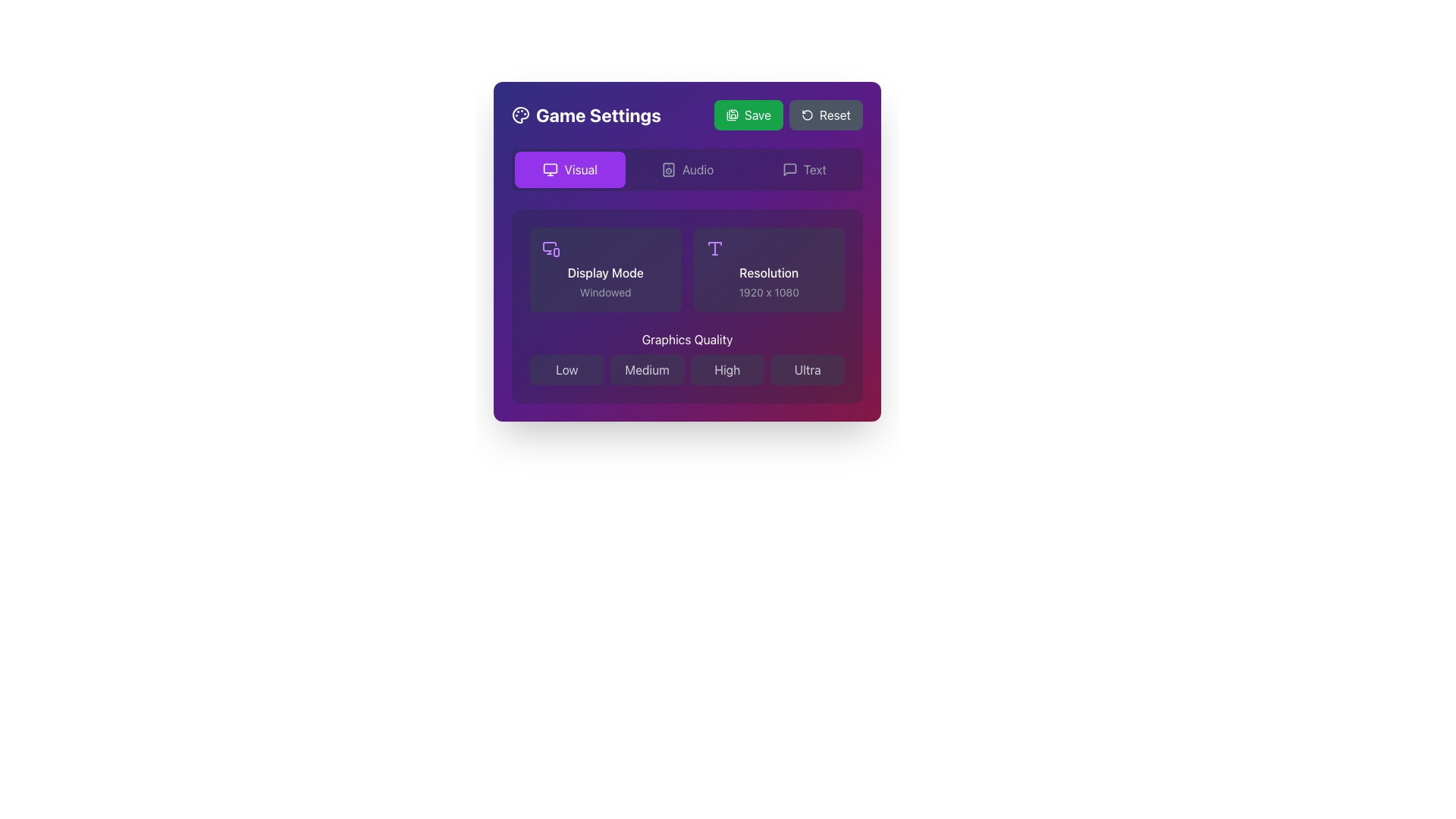 This screenshot has height=819, width=1456. Describe the element at coordinates (731, 115) in the screenshot. I see `the save icon located in the top-right of the game settings menu` at that location.